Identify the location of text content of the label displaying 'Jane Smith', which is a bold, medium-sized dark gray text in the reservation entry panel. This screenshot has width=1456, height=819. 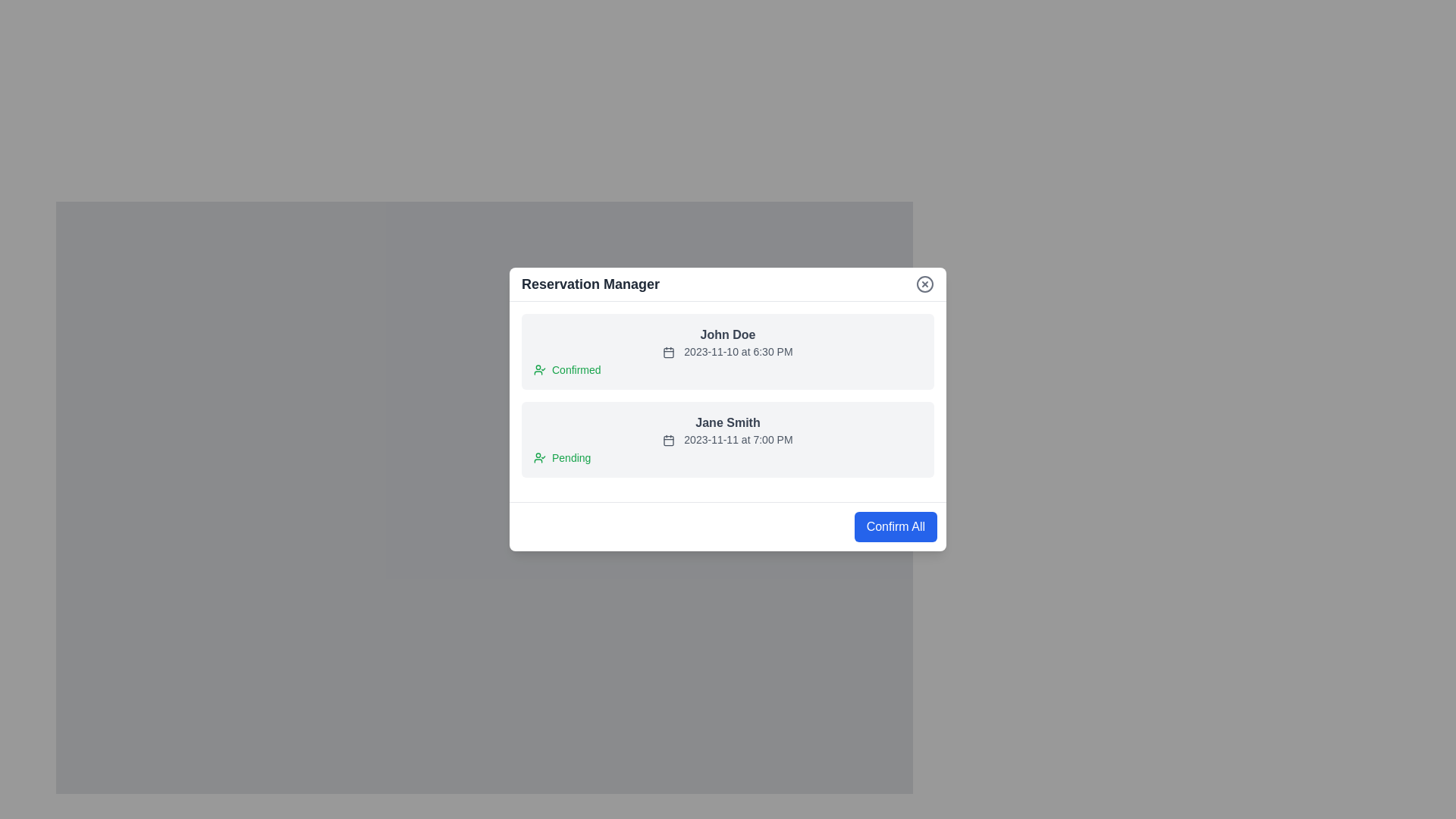
(728, 423).